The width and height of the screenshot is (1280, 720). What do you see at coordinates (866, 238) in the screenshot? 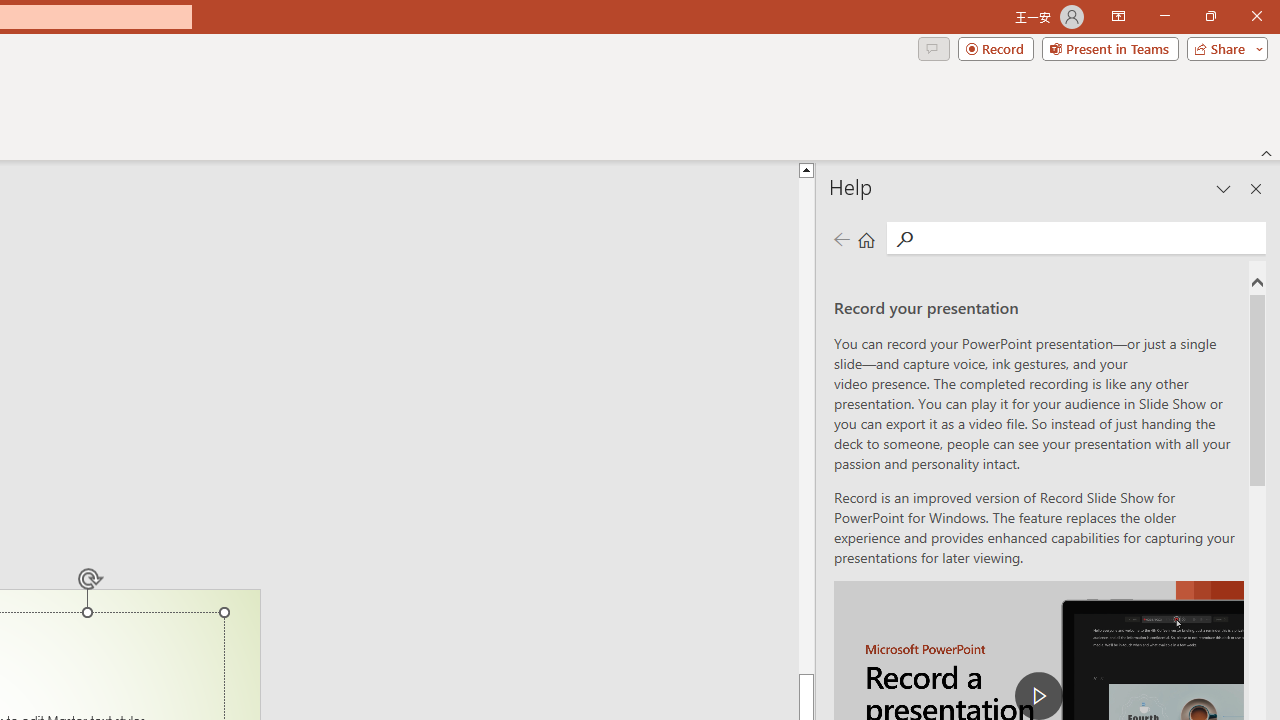
I see `'Home'` at bounding box center [866, 238].